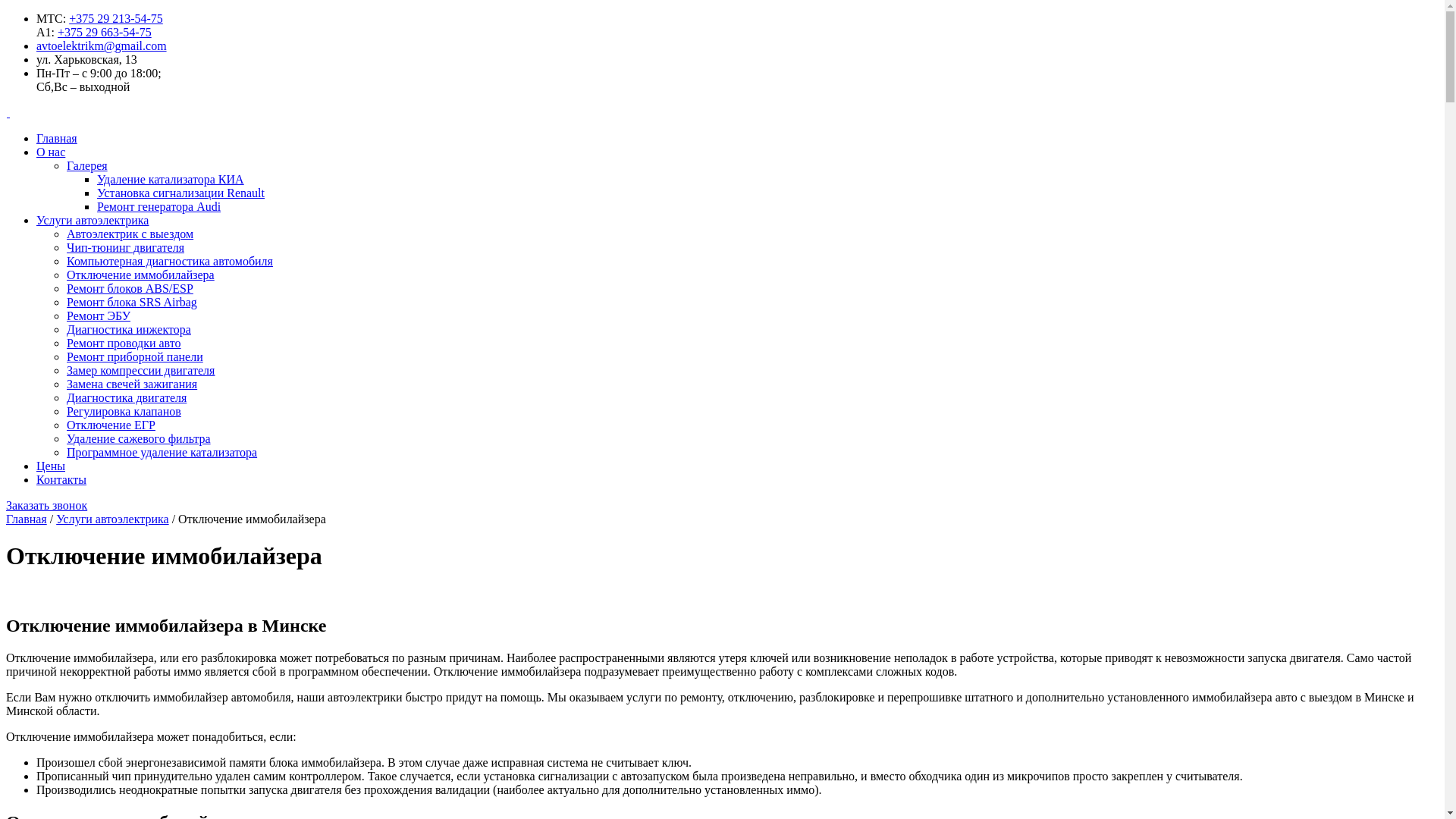 The image size is (1456, 819). I want to click on '+375 29 213-54-75', so click(115, 18).